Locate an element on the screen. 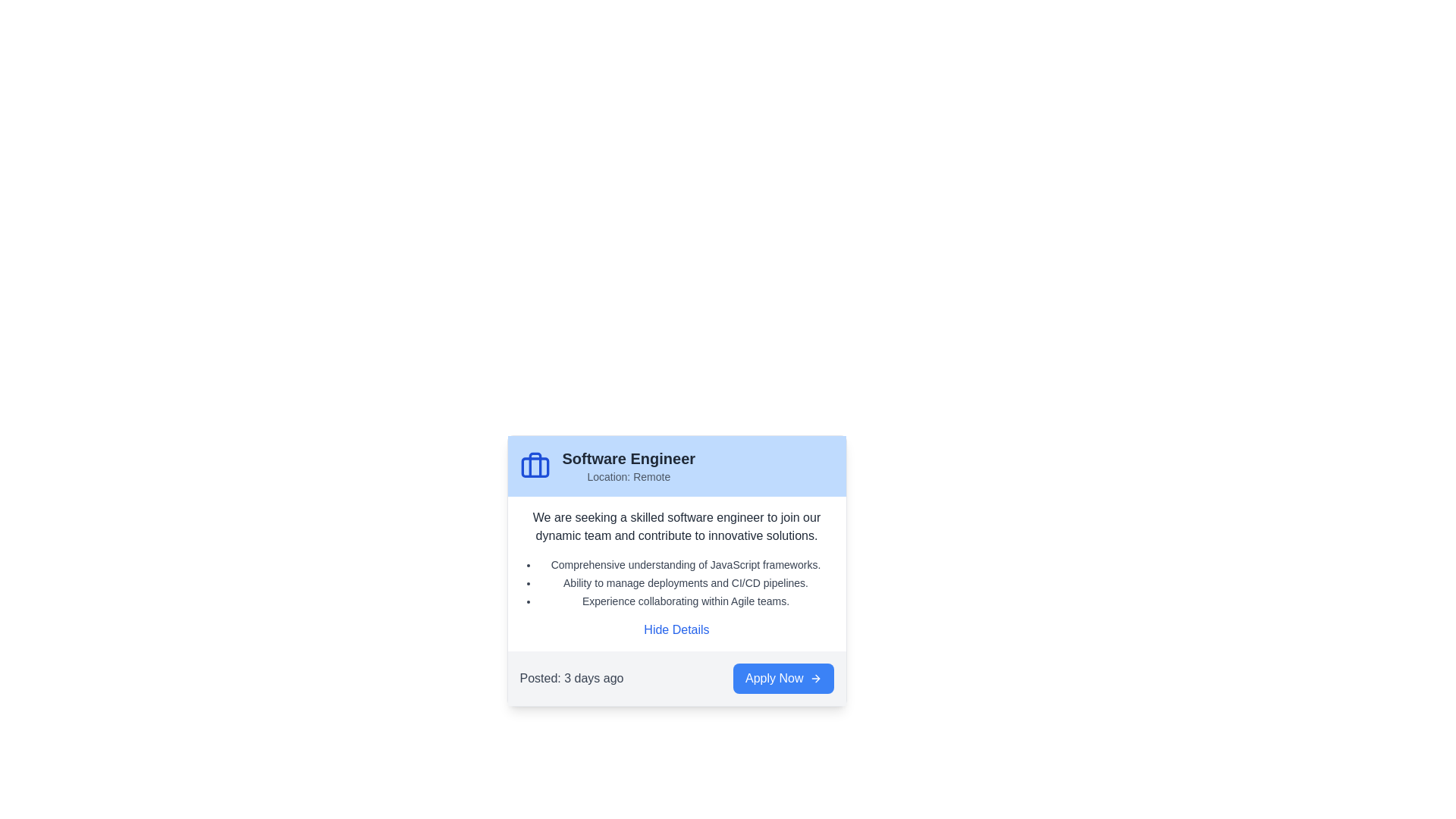 The width and height of the screenshot is (1456, 819). the 'Apply Now' button, which is styled with white text on a blue background and located in the bottom-right corner of a grey bar under the job details is located at coordinates (783, 677).